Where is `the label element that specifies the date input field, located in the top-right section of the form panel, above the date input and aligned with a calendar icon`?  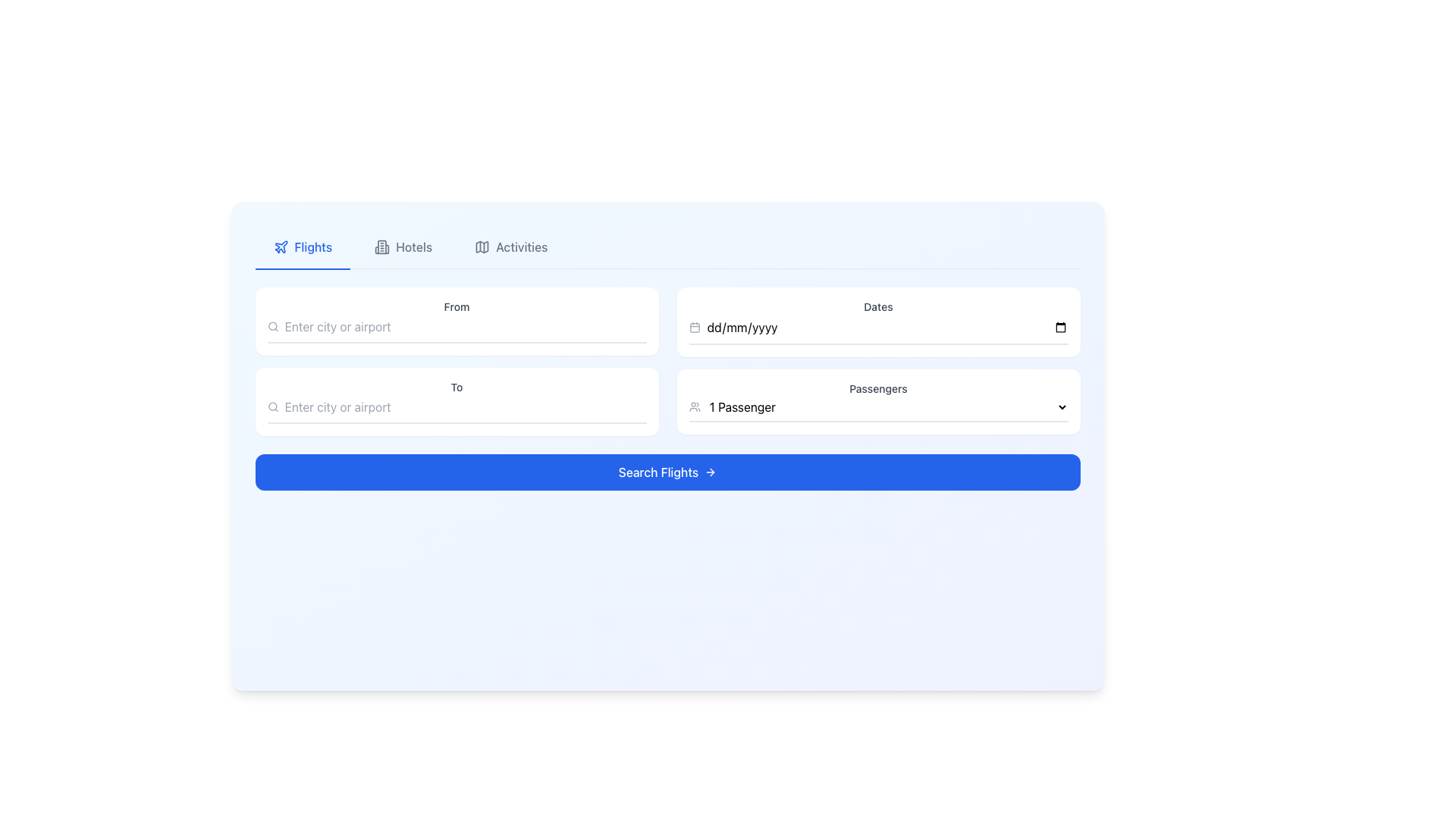
the label element that specifies the date input field, located in the top-right section of the form panel, above the date input and aligned with a calendar icon is located at coordinates (878, 307).